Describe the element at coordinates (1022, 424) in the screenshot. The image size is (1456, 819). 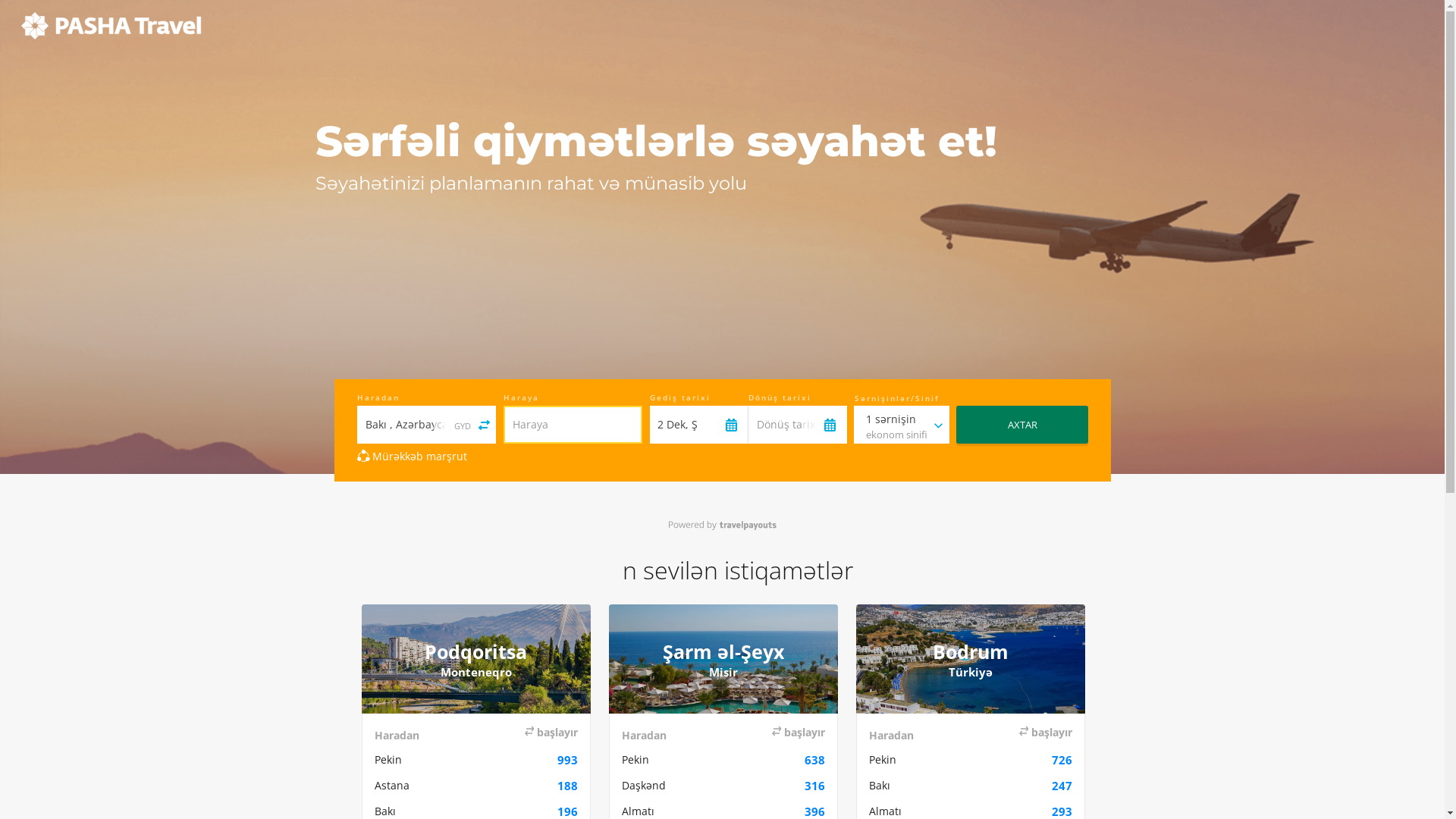
I see `'AXTAR'` at that location.